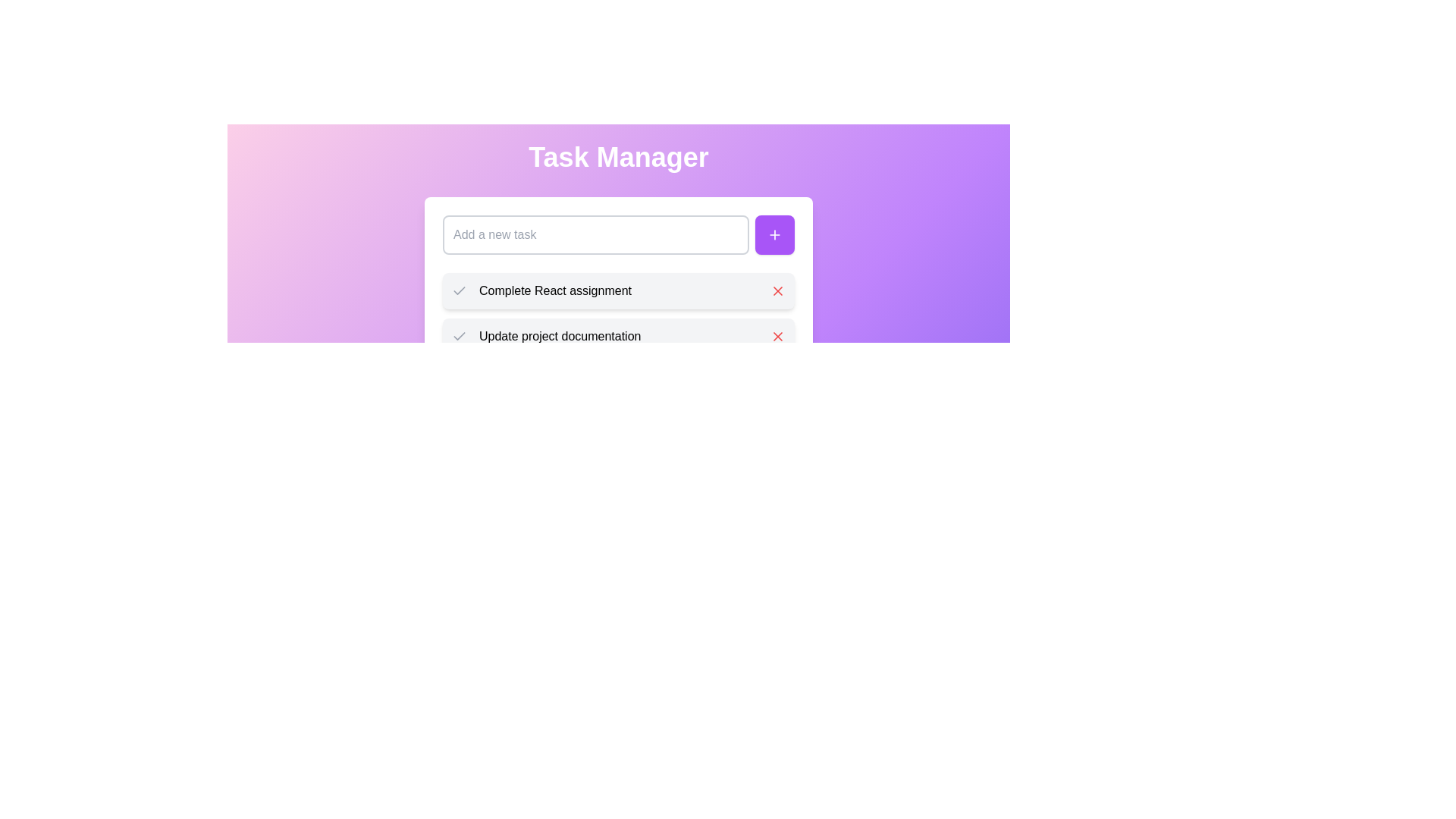 Image resolution: width=1456 pixels, height=819 pixels. What do you see at coordinates (775, 234) in the screenshot?
I see `the purple button with white text and a plus sign icon` at bounding box center [775, 234].